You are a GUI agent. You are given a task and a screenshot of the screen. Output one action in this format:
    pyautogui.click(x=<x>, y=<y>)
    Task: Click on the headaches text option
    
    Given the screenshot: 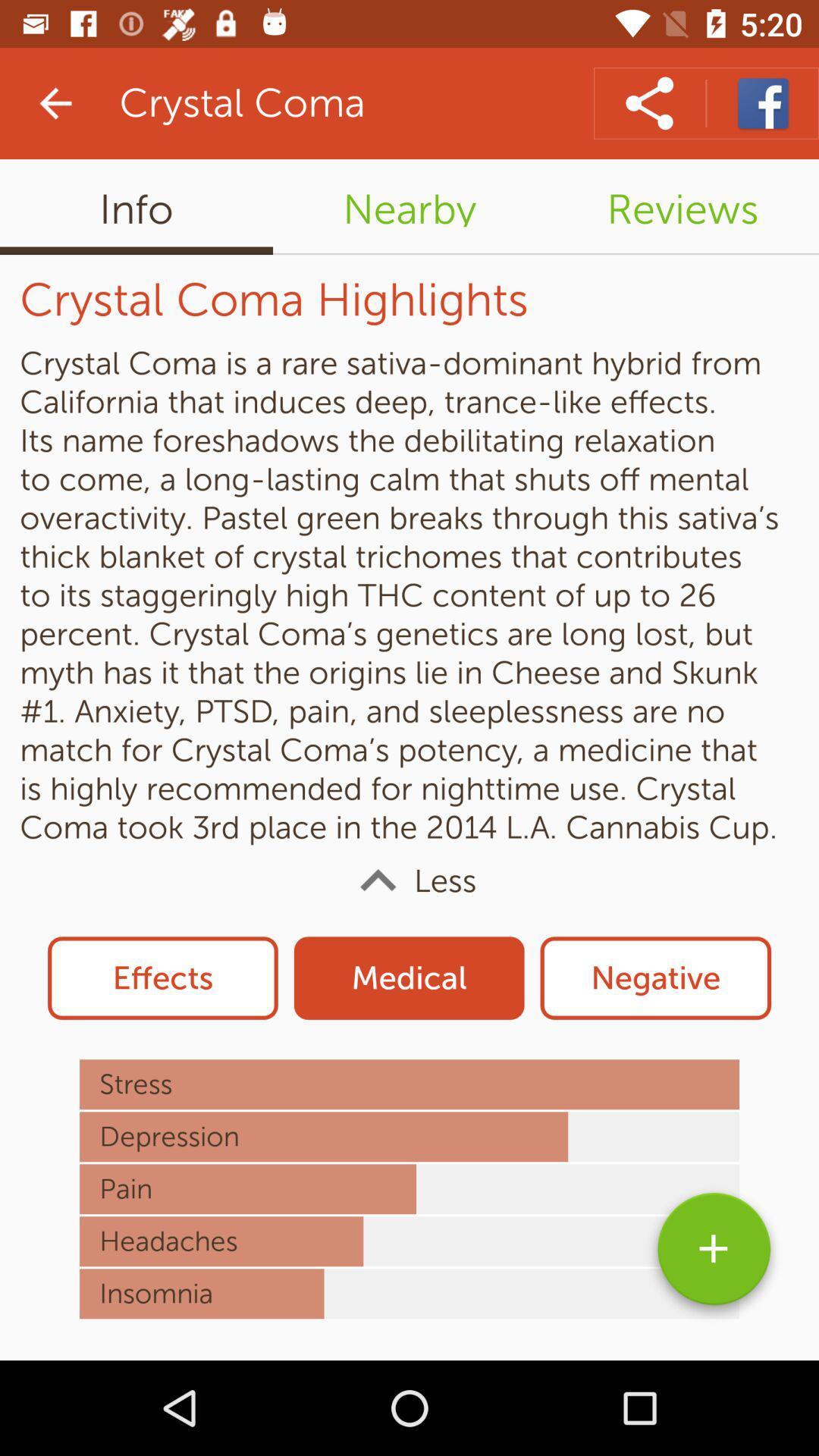 What is the action you would take?
    pyautogui.click(x=409, y=1241)
    